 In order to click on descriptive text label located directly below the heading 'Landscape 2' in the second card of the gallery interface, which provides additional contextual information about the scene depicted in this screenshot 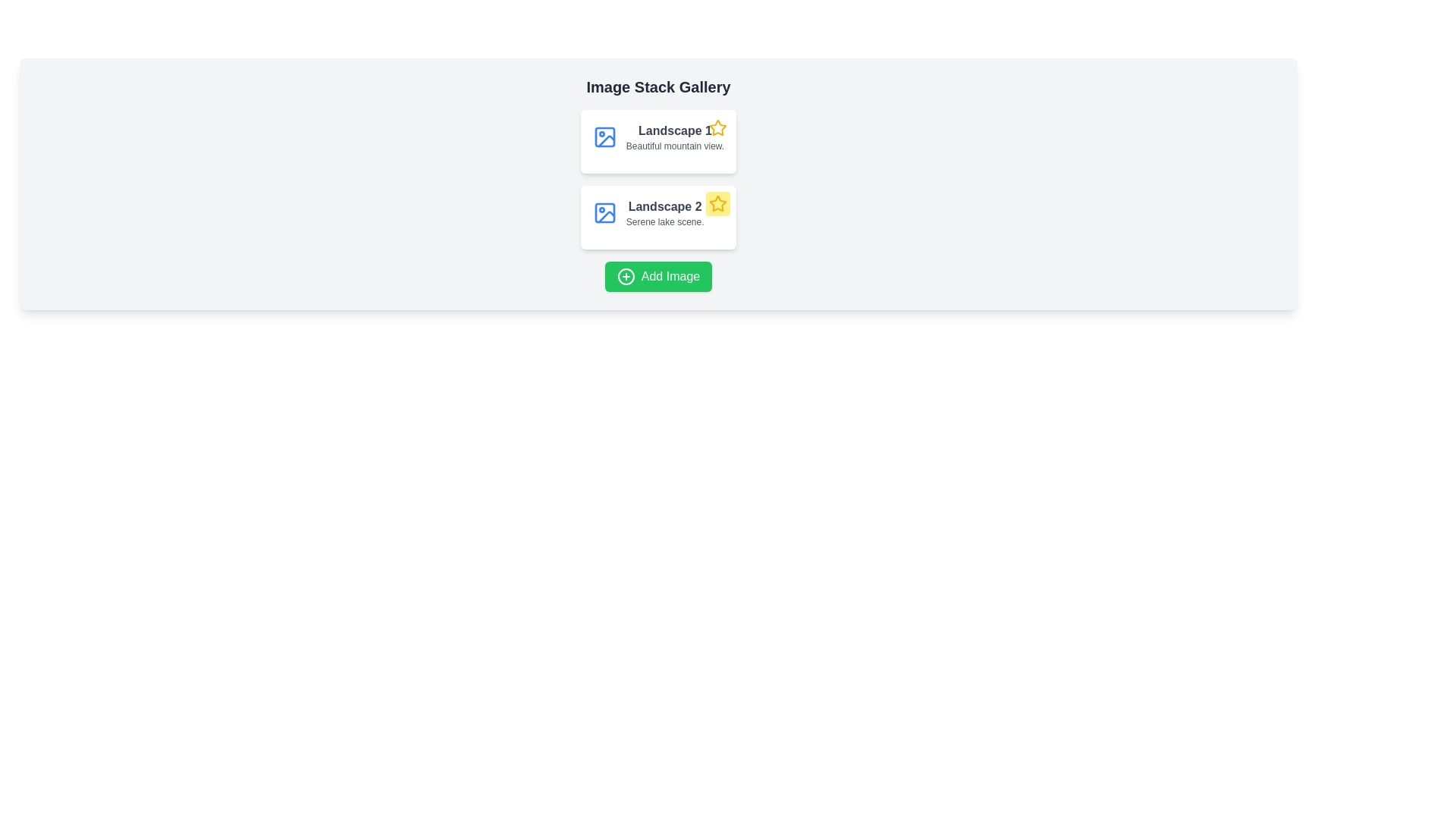, I will do `click(665, 222)`.